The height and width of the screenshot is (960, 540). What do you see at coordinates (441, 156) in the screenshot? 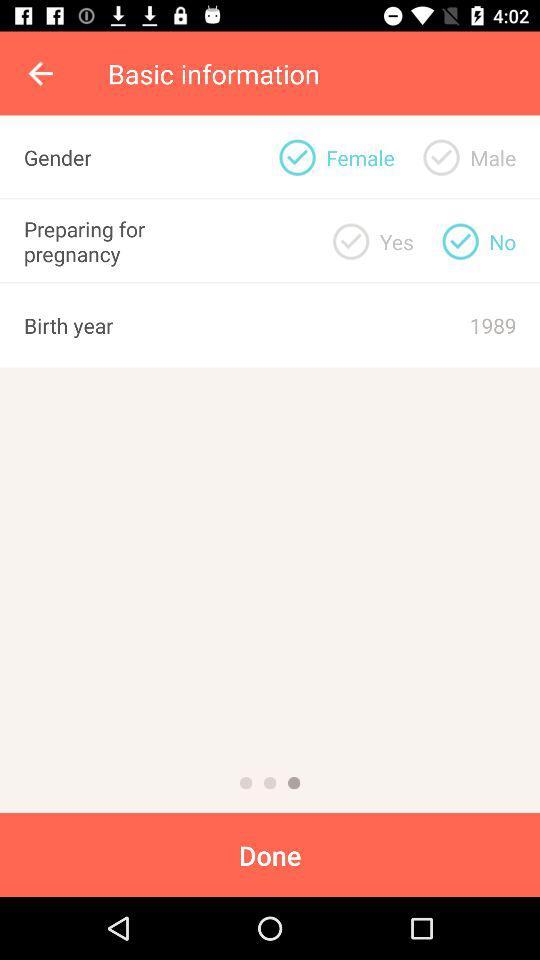
I see `the check icon` at bounding box center [441, 156].